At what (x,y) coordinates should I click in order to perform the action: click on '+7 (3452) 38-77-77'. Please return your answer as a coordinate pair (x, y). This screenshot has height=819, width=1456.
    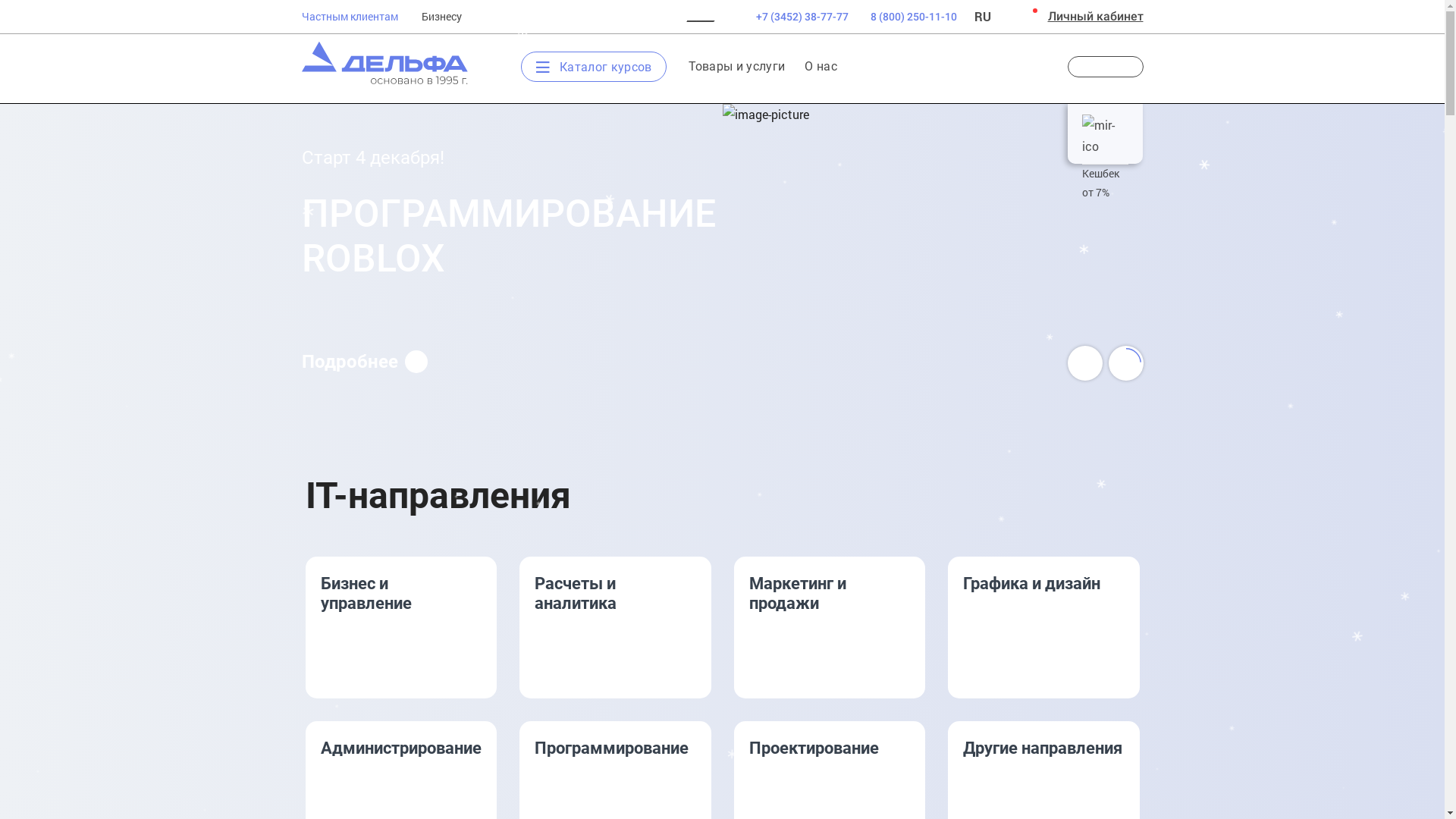
    Looking at the image, I should click on (790, 17).